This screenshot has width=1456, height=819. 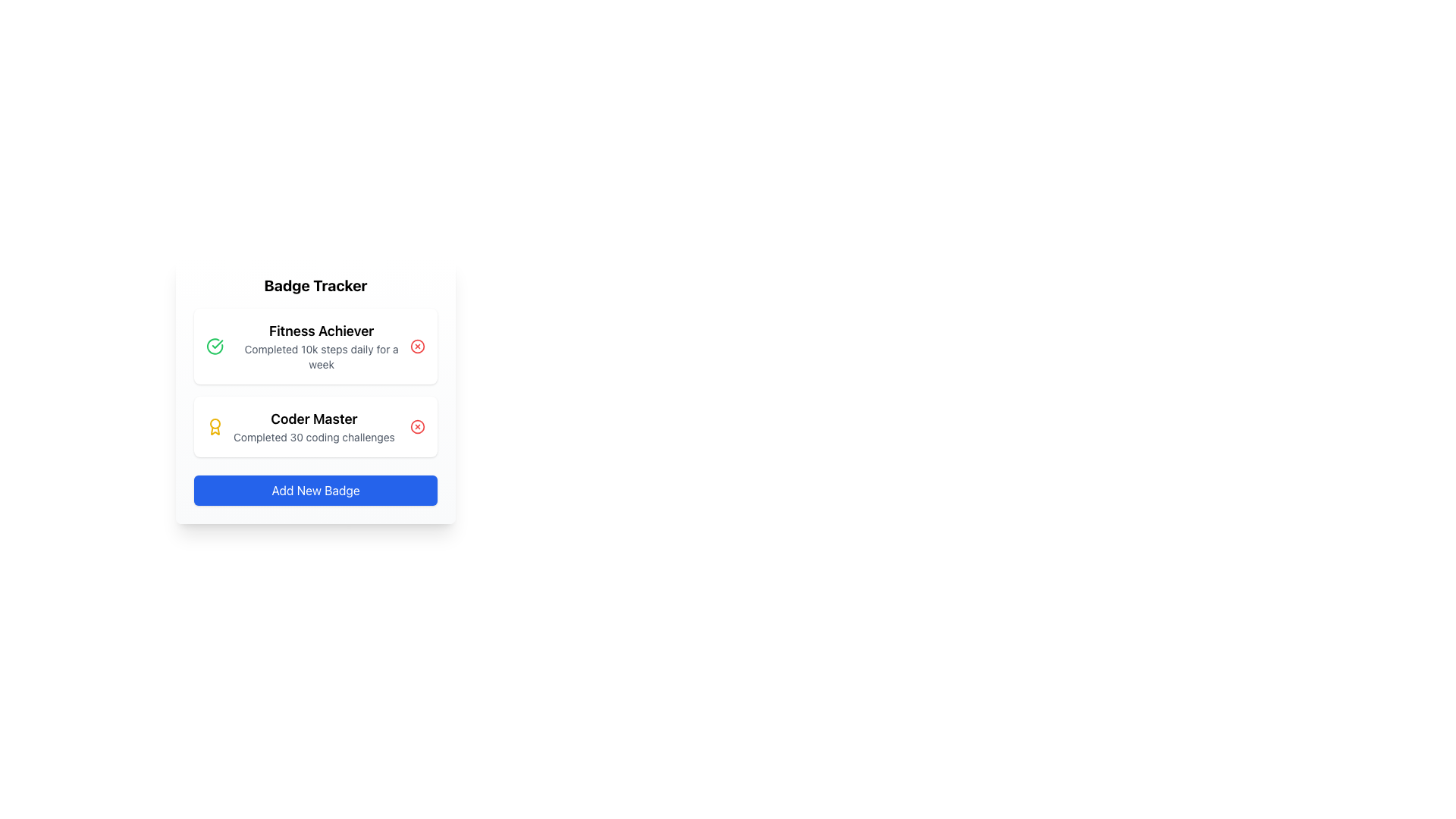 I want to click on the small bright yellow medal icon with a ribbon design located to the left of the 'Coder Master\nCompleted 30 coding challenges' text, so click(x=214, y=427).